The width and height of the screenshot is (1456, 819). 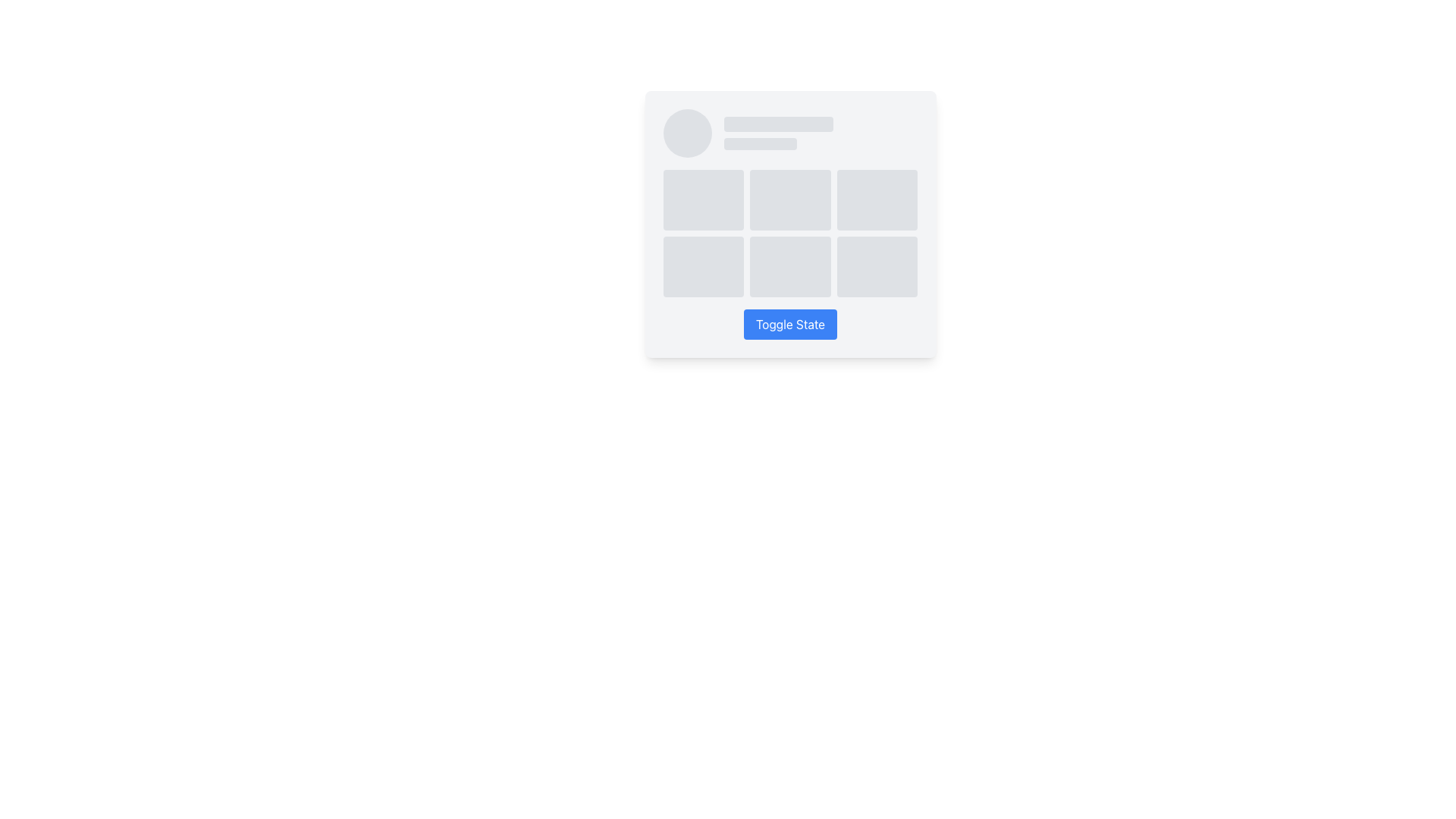 I want to click on the gray rectangular placeholder loading indicator with rounded corners located in the bottom-right corner of the grid, so click(x=877, y=265).